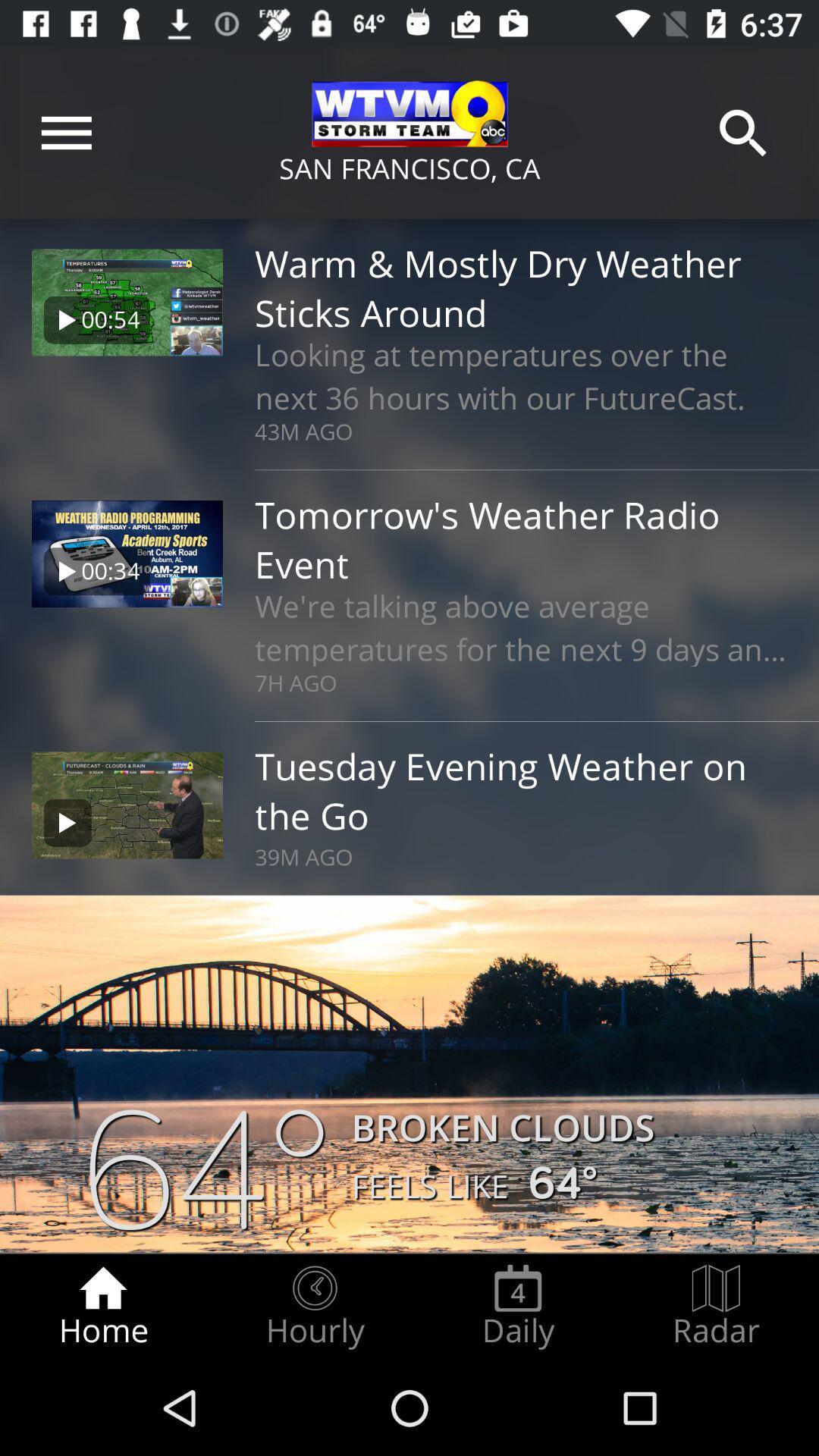 Image resolution: width=819 pixels, height=1456 pixels. What do you see at coordinates (517, 1306) in the screenshot?
I see `the radio button next to hourly radio button` at bounding box center [517, 1306].